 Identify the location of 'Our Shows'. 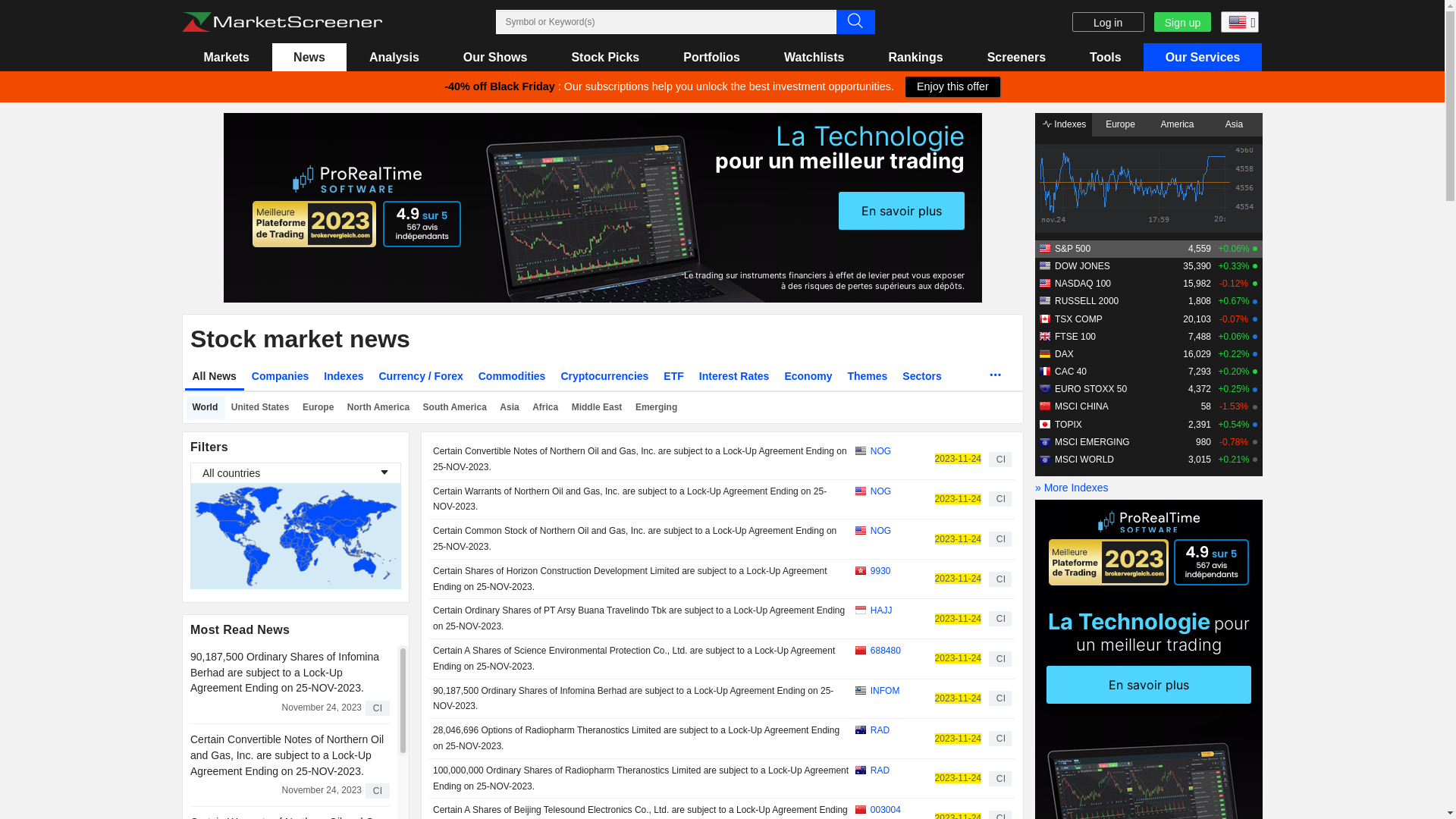
(494, 56).